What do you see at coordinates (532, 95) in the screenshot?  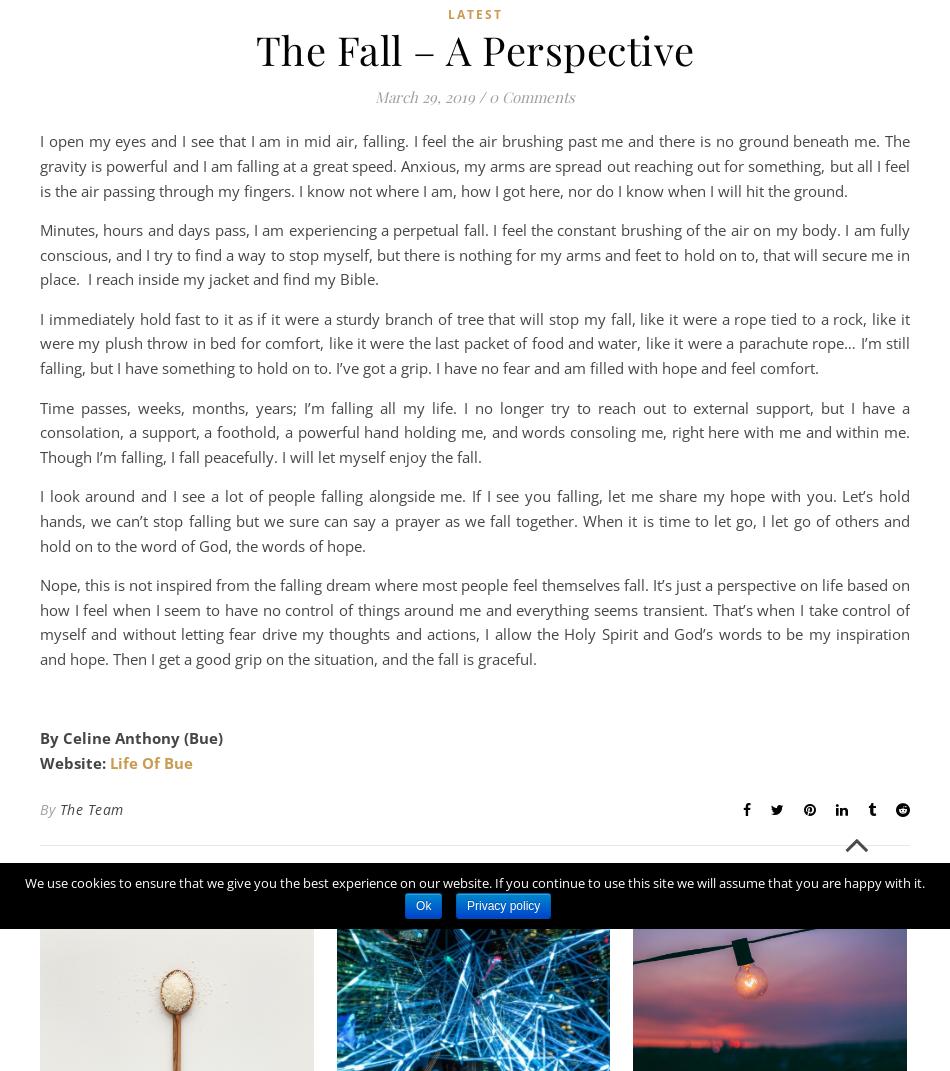 I see `'0 Comments'` at bounding box center [532, 95].